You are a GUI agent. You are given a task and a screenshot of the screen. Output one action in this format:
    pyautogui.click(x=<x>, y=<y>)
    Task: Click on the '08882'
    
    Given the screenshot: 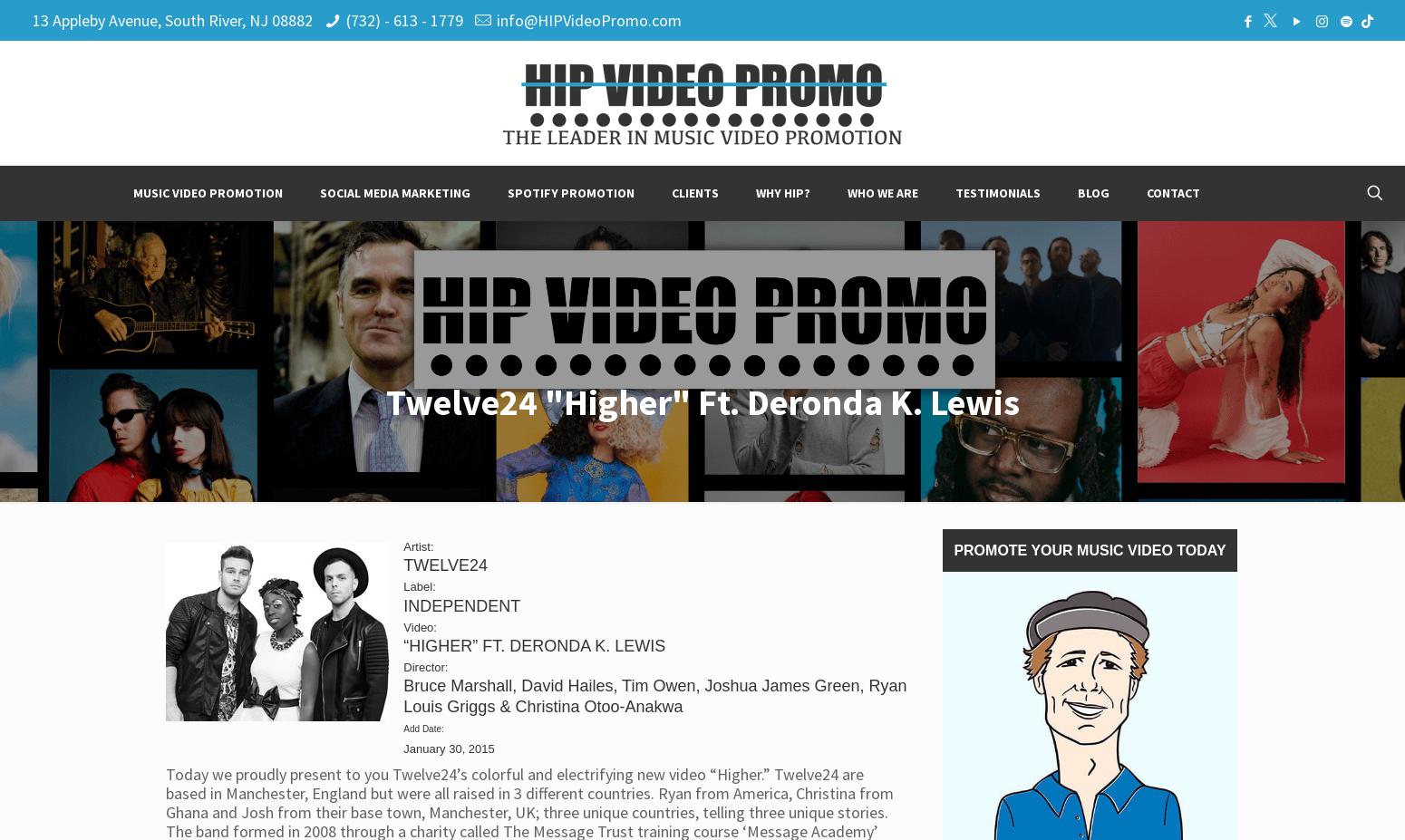 What is the action you would take?
    pyautogui.click(x=270, y=19)
    